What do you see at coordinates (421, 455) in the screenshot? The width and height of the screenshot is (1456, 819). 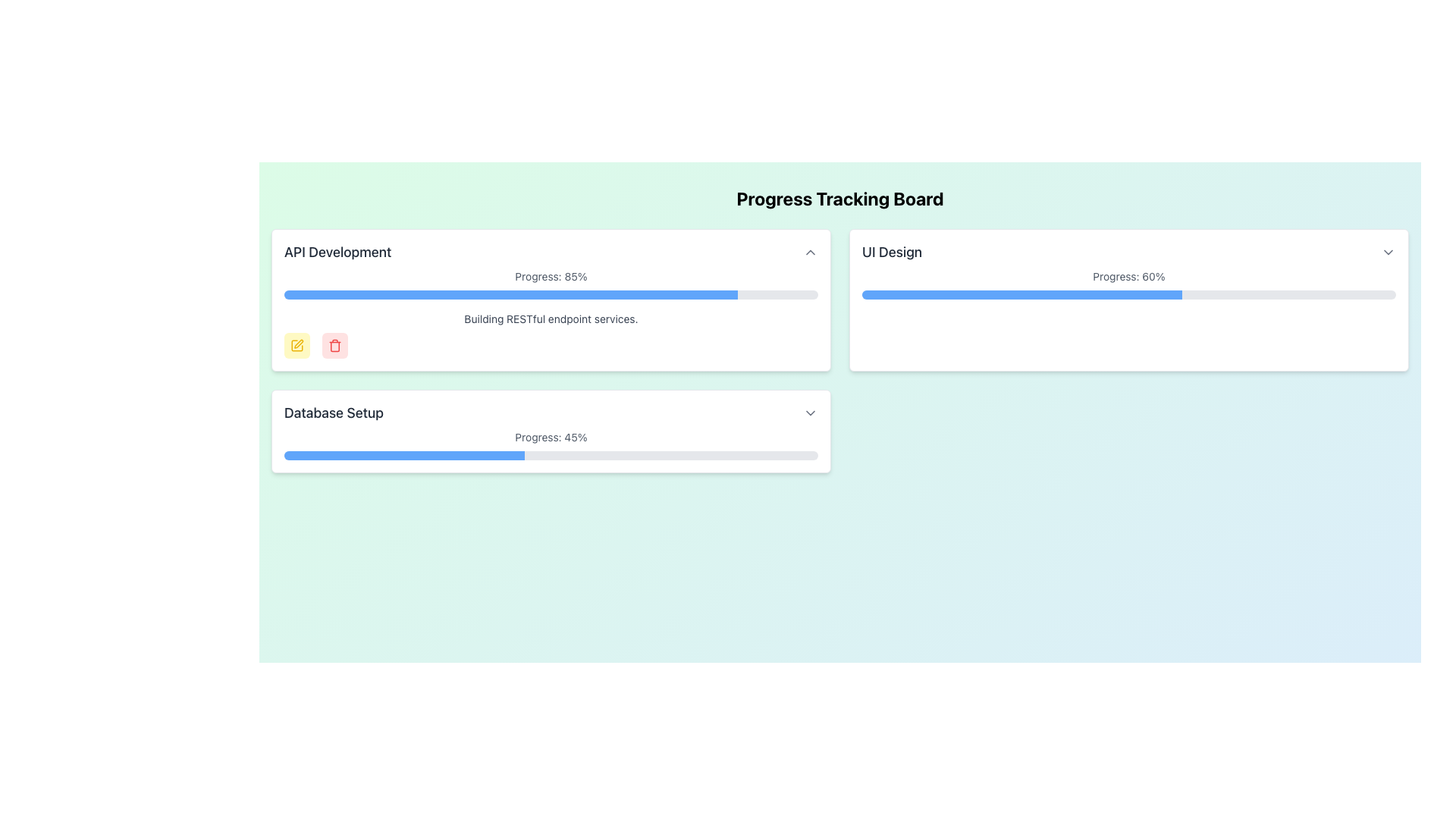 I see `the progress bar` at bounding box center [421, 455].